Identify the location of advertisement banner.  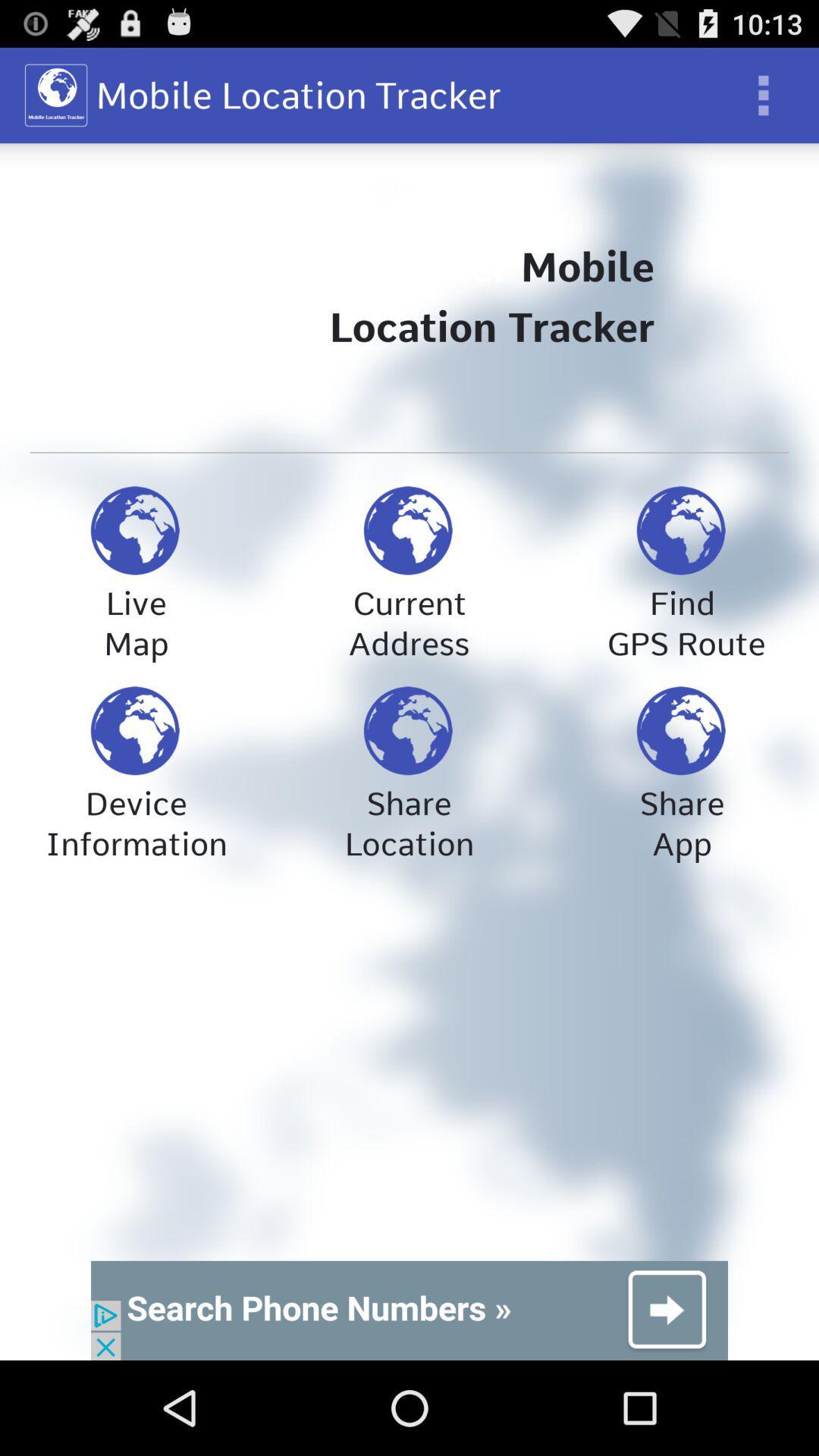
(409, 1310).